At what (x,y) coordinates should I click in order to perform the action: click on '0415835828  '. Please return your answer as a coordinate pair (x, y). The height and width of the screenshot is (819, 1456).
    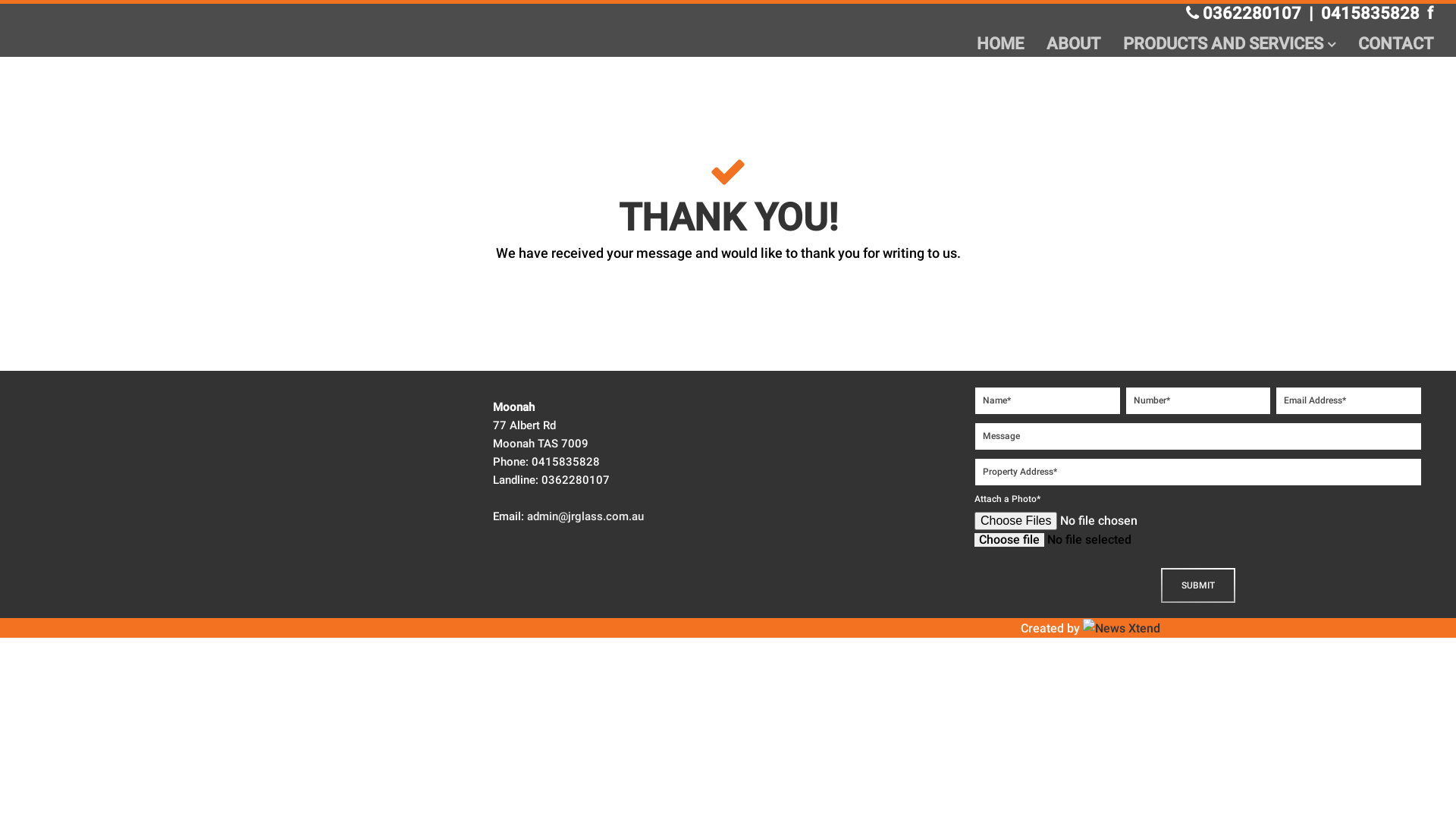
    Looking at the image, I should click on (1374, 13).